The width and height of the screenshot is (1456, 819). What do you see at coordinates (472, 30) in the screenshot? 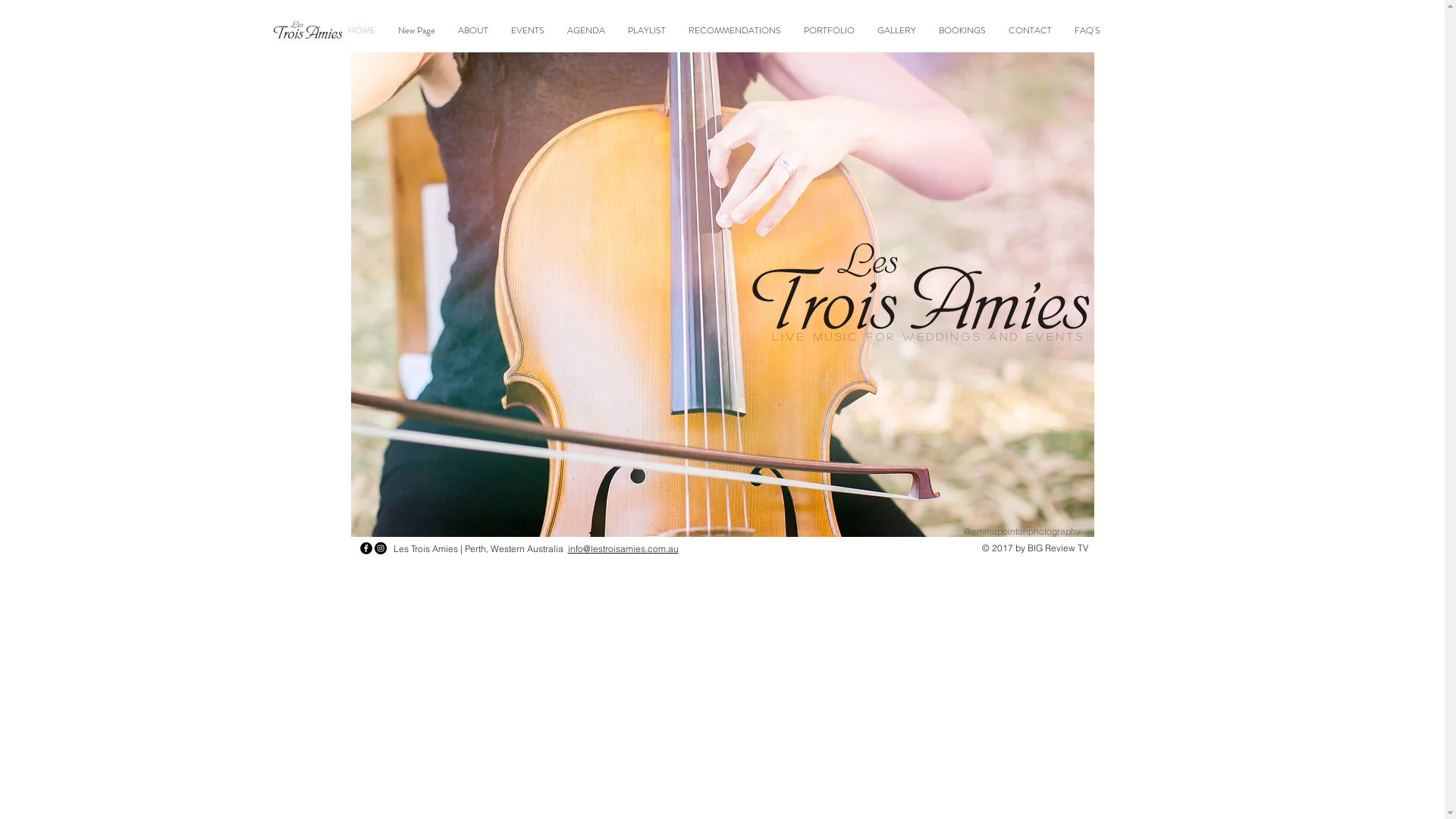
I see `'ABOUT'` at bounding box center [472, 30].